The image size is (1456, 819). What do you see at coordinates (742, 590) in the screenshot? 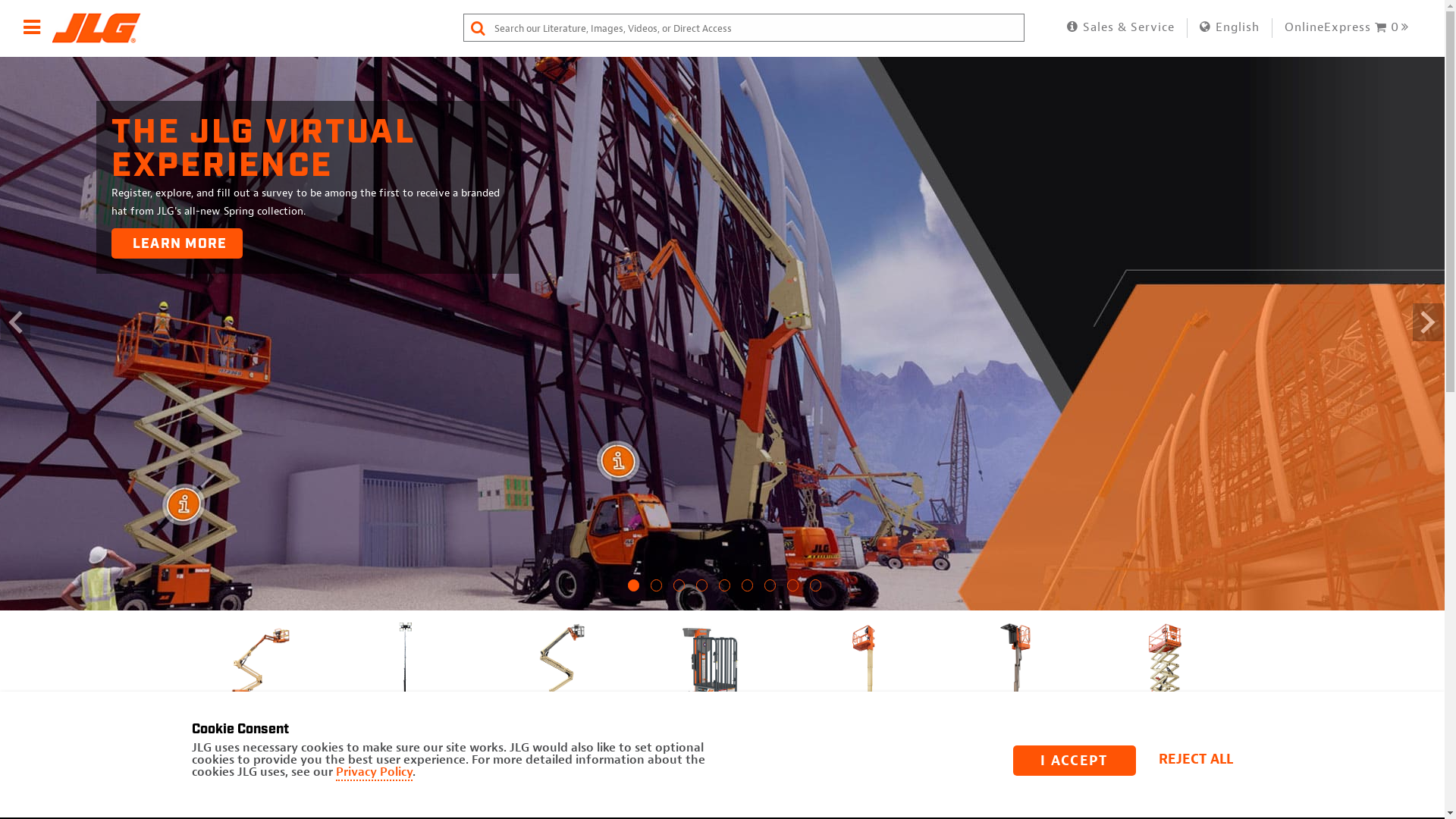
I see `'6'` at bounding box center [742, 590].